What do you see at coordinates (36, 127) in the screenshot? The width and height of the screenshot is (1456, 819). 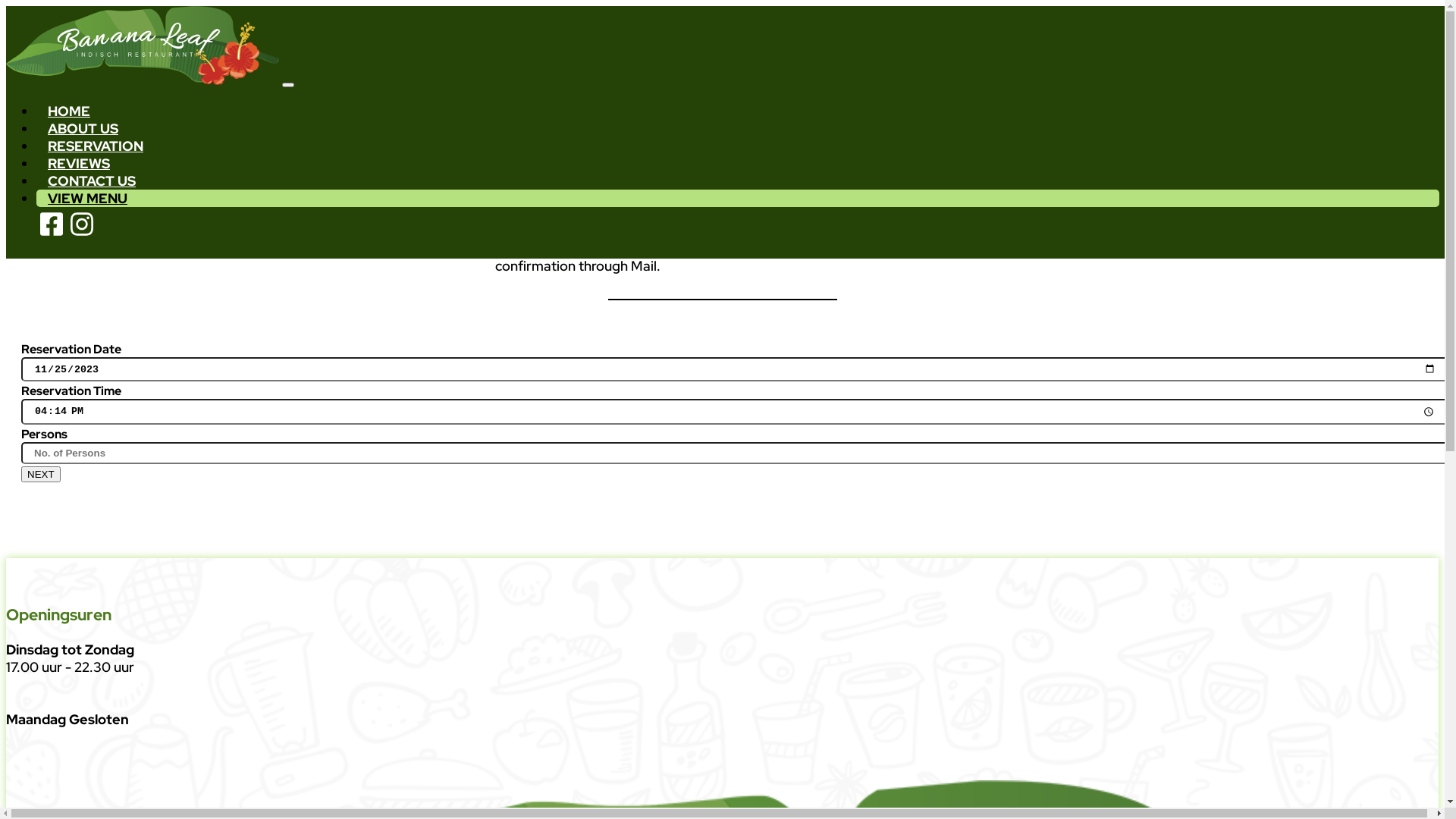 I see `'ABOUT US'` at bounding box center [36, 127].